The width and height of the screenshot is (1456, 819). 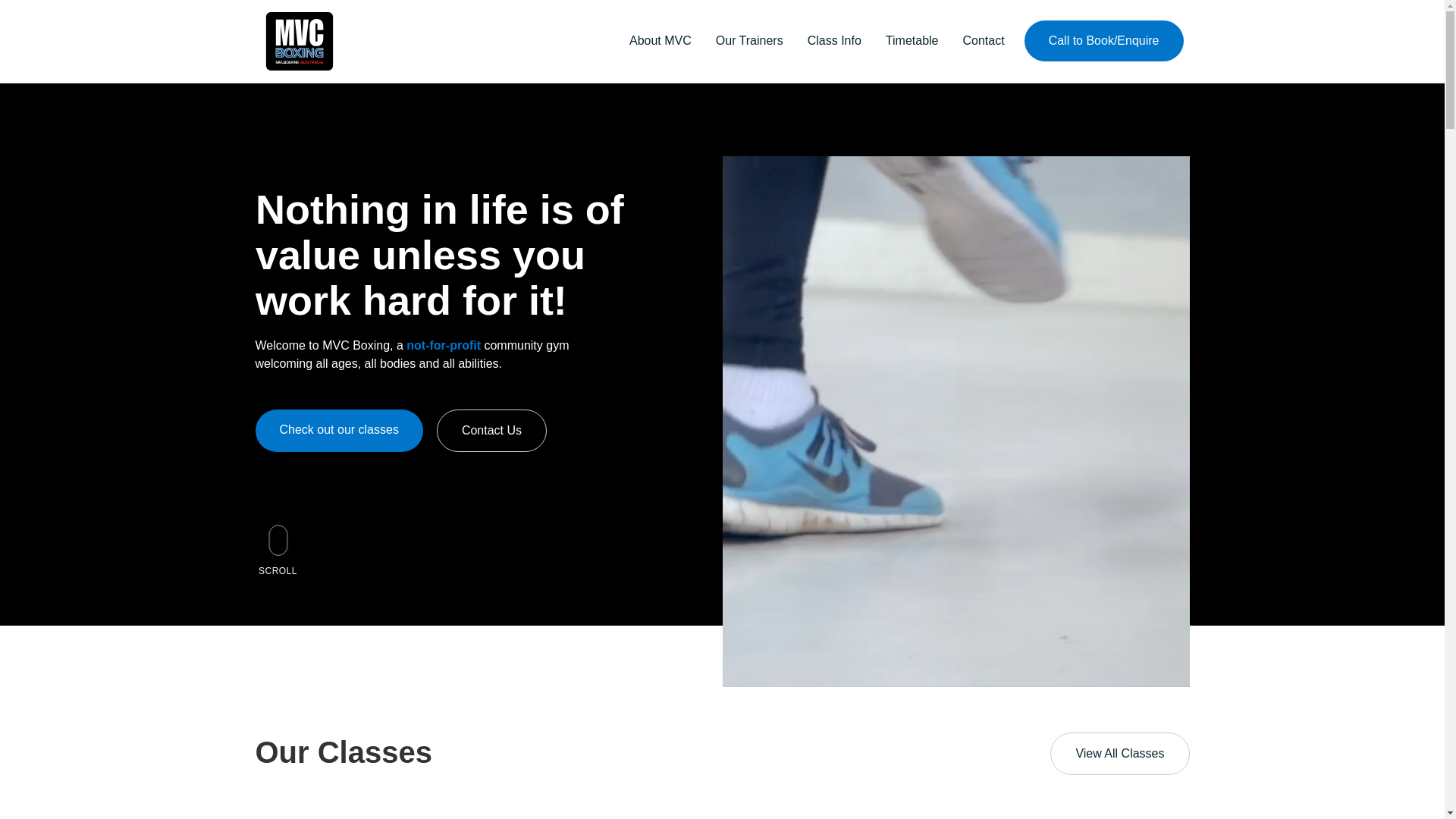 What do you see at coordinates (277, 547) in the screenshot?
I see `'SCROLL'` at bounding box center [277, 547].